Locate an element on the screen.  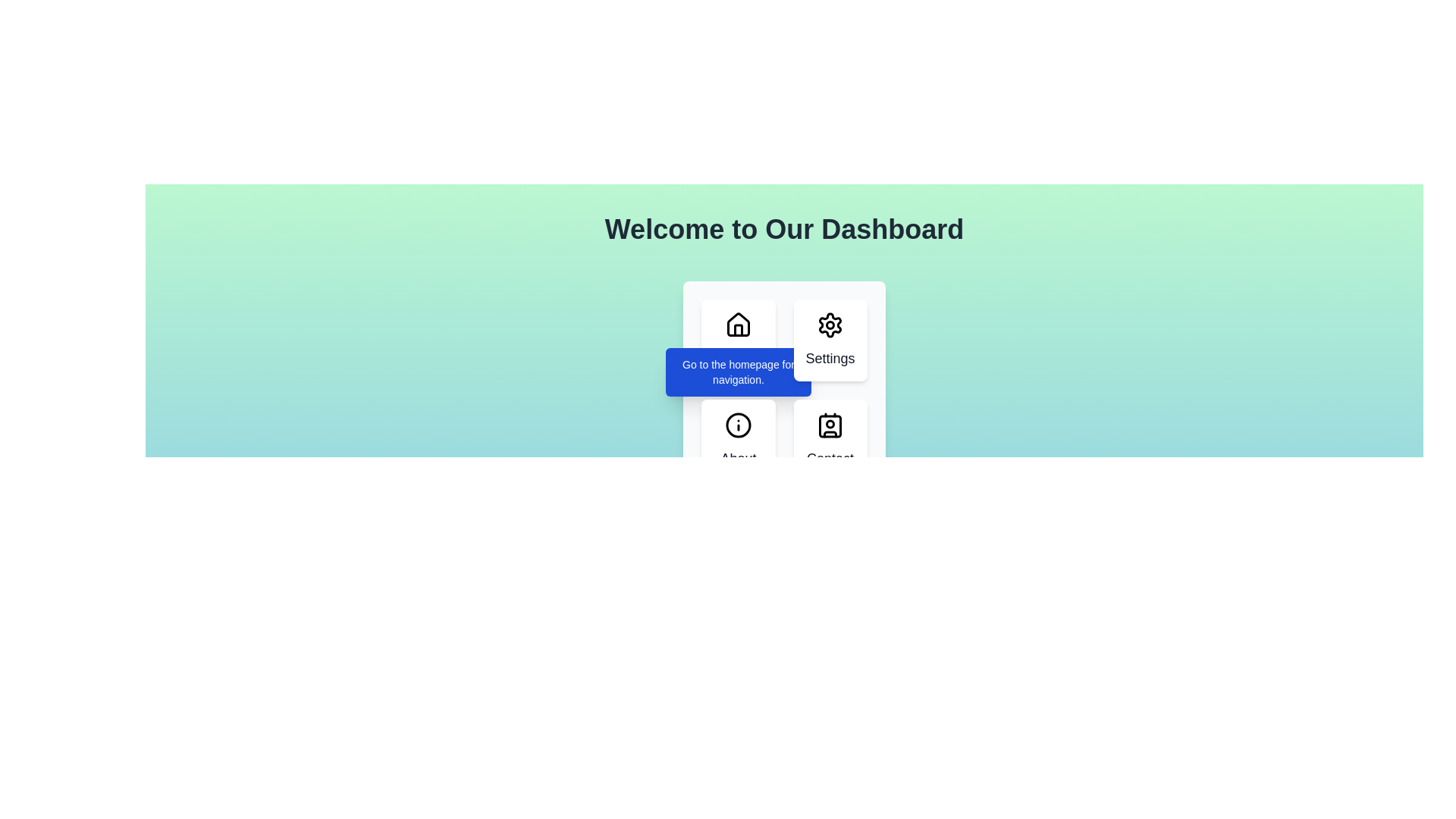
the black contact or profile card icon located in the bottom-right of the navigation grid under the 'Welcome to Our Dashboard' header is located at coordinates (829, 425).